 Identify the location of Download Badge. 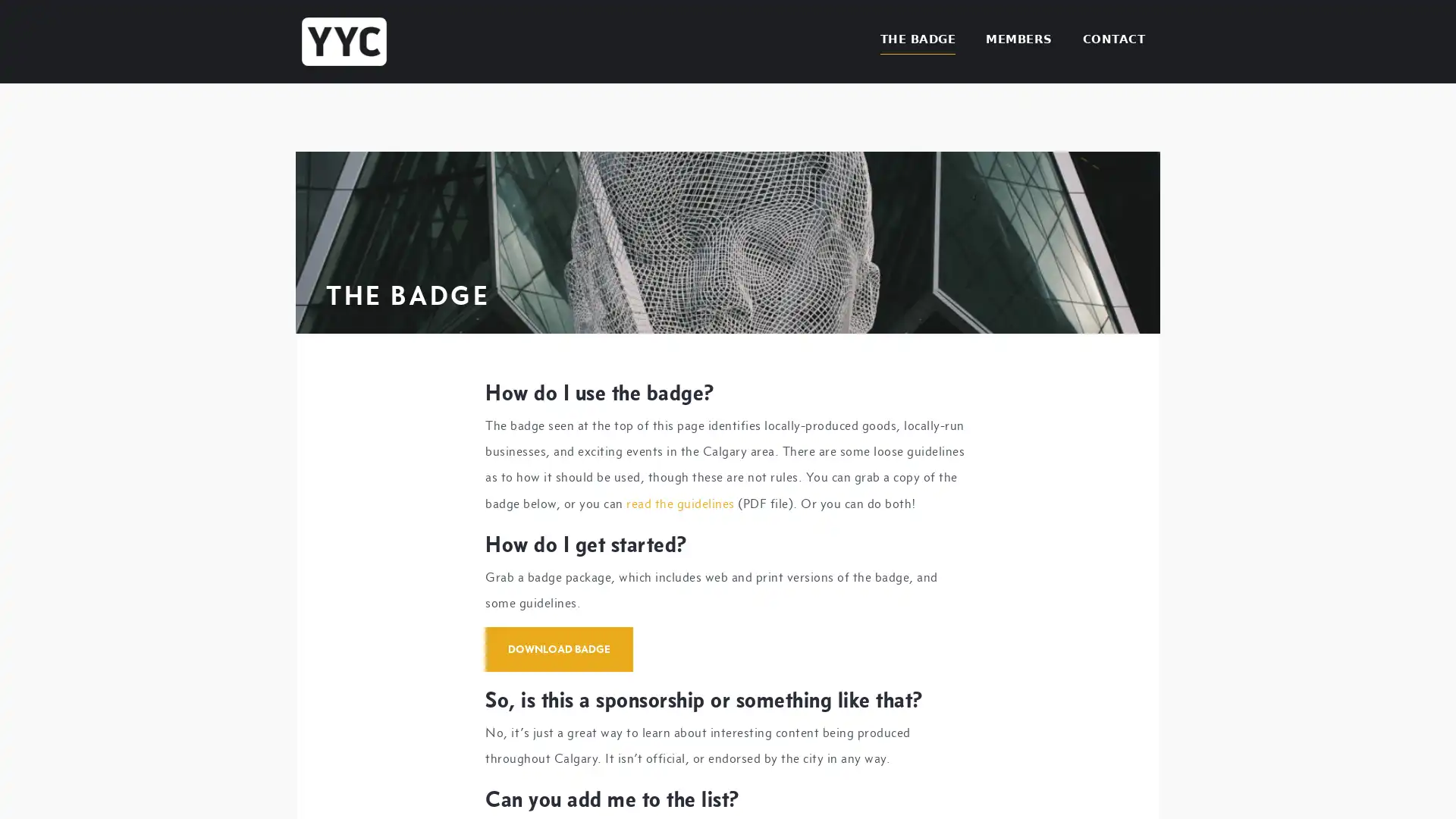
(558, 648).